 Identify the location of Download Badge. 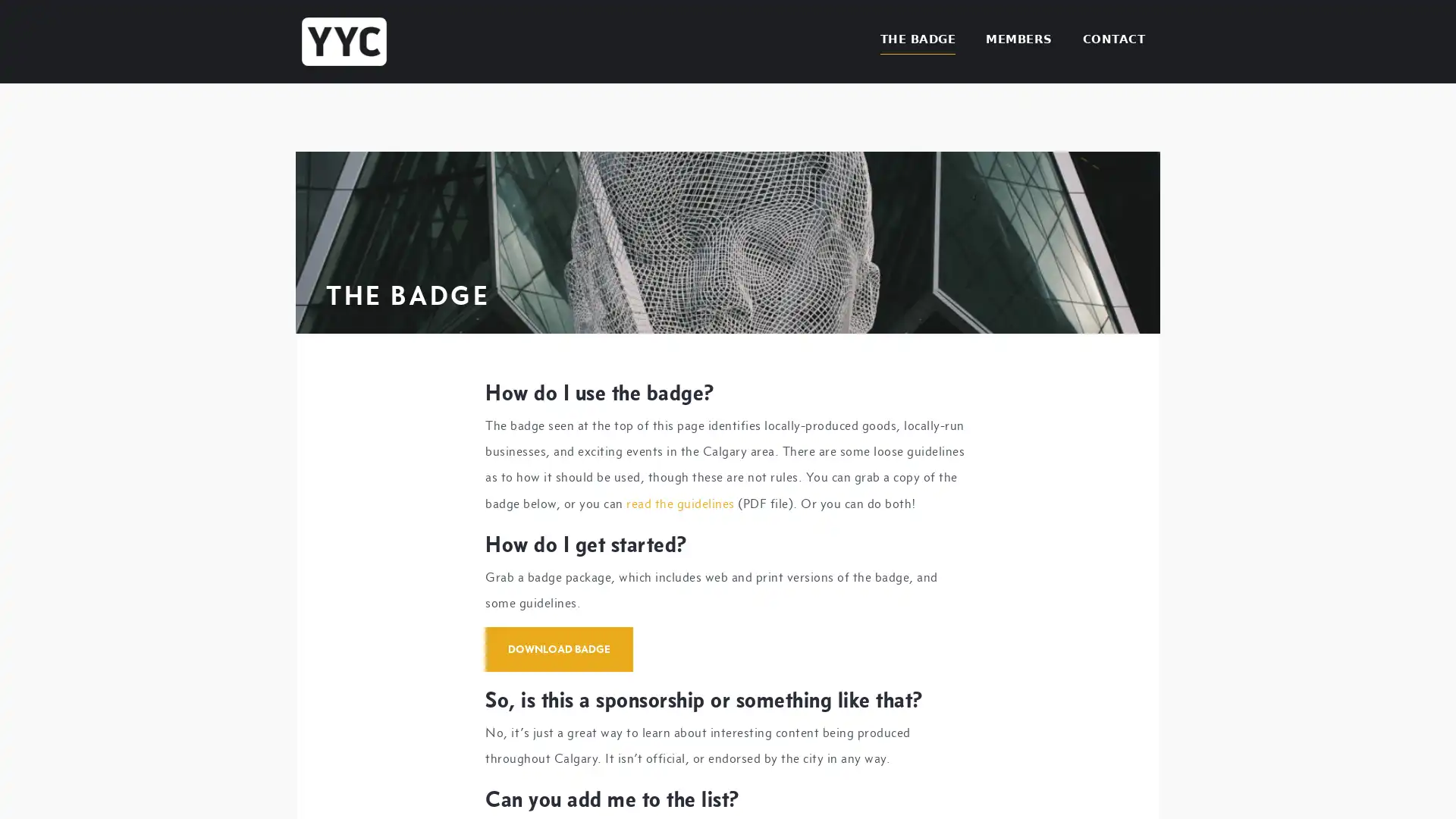
(558, 648).